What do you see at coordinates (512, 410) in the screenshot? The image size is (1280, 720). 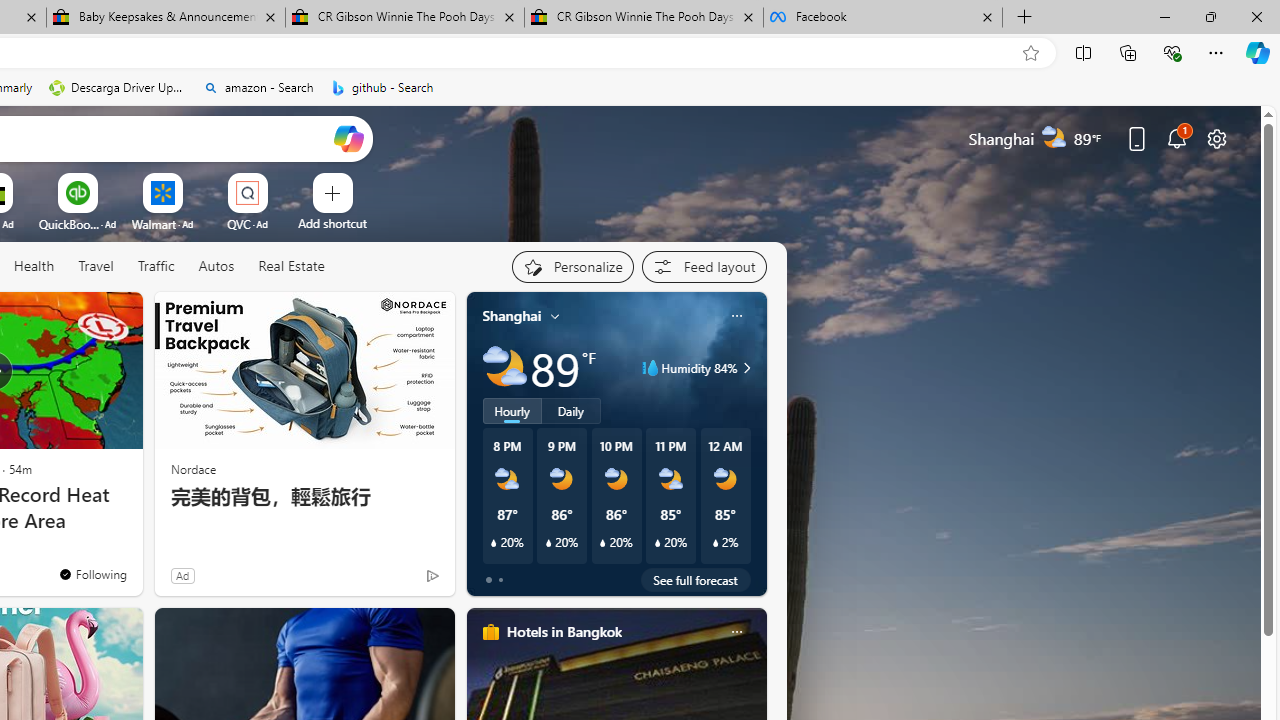 I see `'Hourly'` at bounding box center [512, 410].